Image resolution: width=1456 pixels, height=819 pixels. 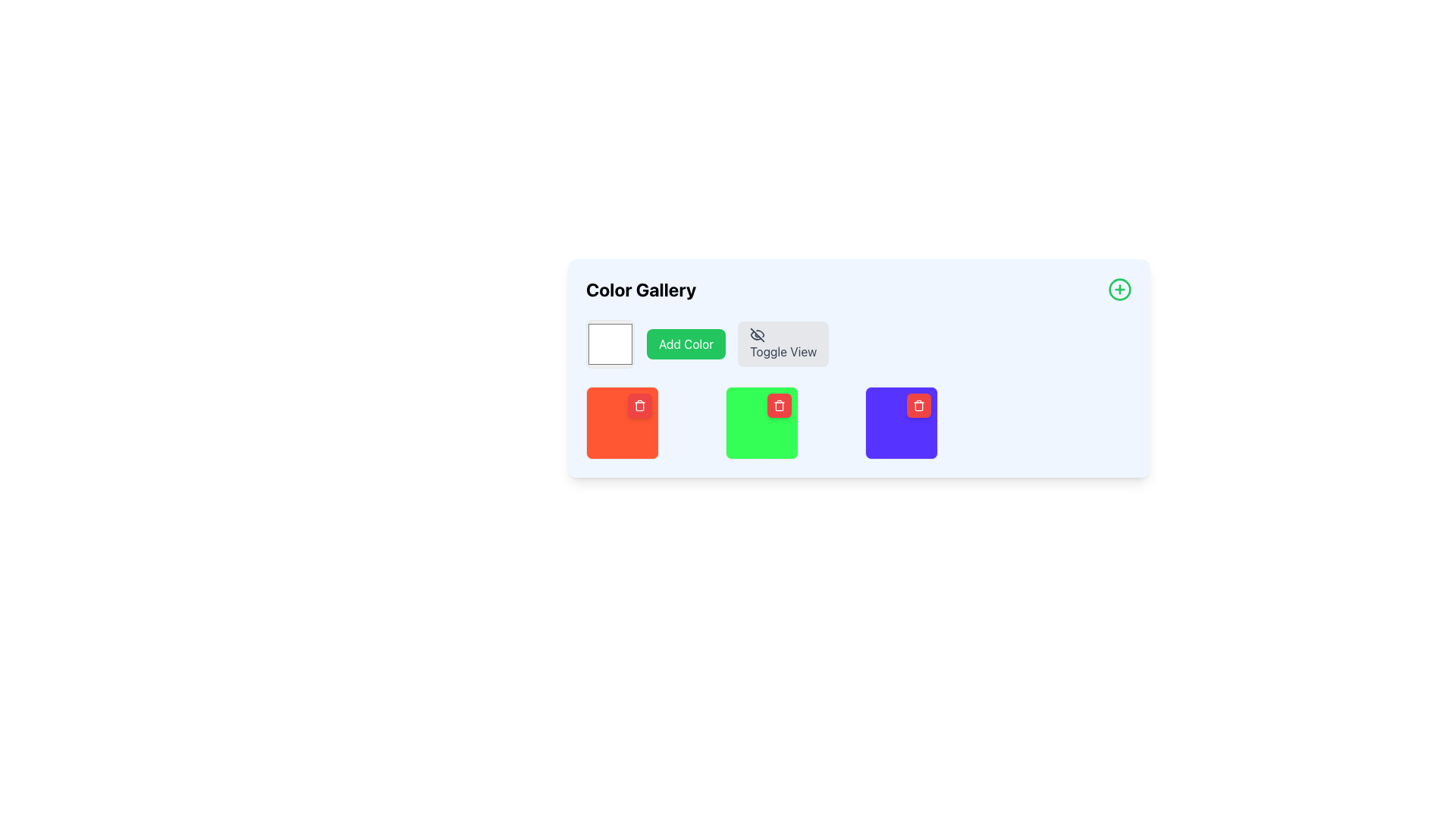 What do you see at coordinates (783, 344) in the screenshot?
I see `the 'Toggle View' button, which is the third interactive item in the top center group of the interface` at bounding box center [783, 344].